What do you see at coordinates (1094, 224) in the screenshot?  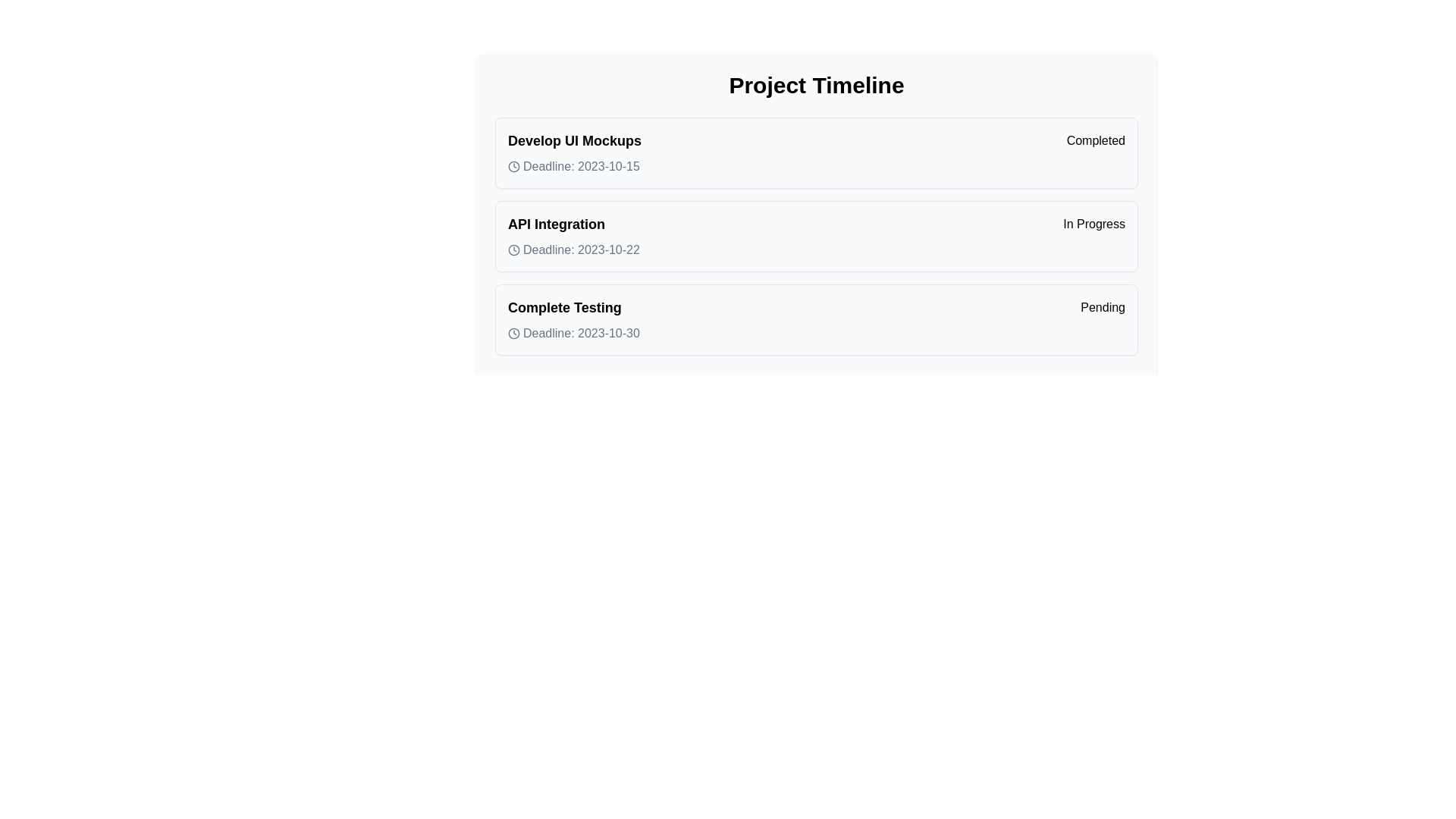 I see `the Status badge displaying 'In Progress' on the right side of the 'API Integration' row` at bounding box center [1094, 224].